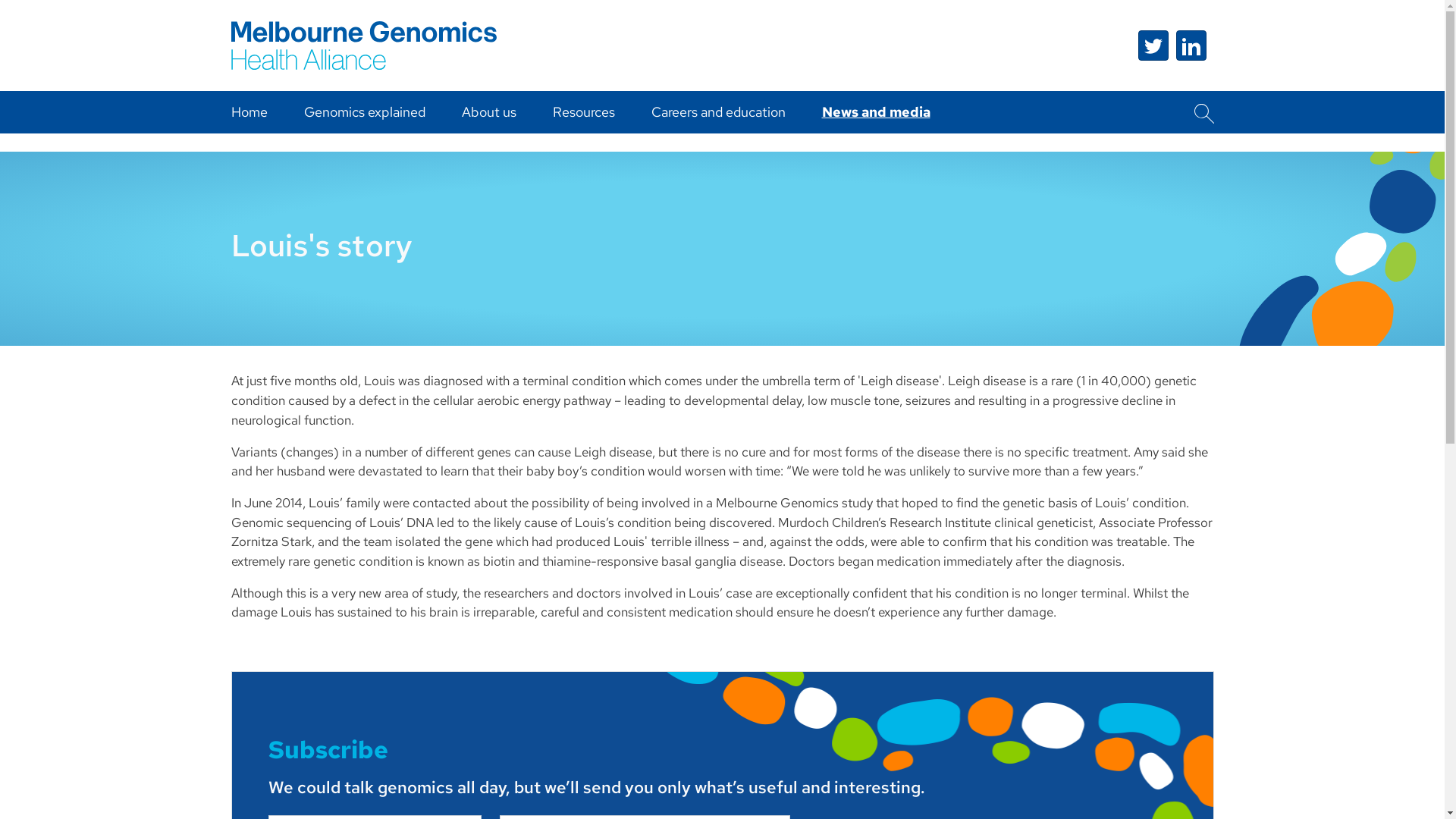 Image resolution: width=1456 pixels, height=819 pixels. Describe the element at coordinates (364, 111) in the screenshot. I see `'Genomics explained'` at that location.